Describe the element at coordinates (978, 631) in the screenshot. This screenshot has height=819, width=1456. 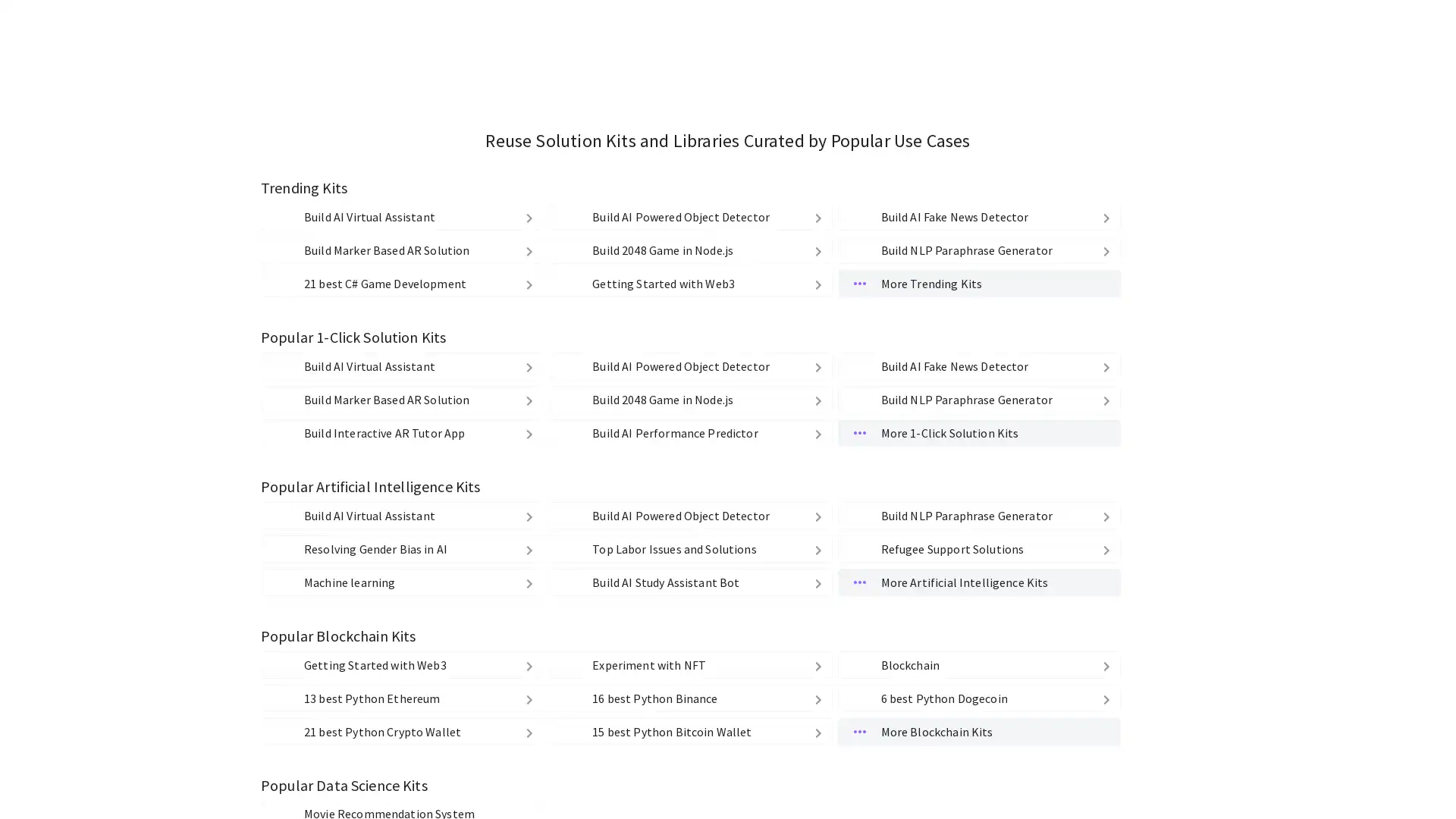
I see `paraphrase-generator1 Build NLP Paraphrase Generator` at that location.